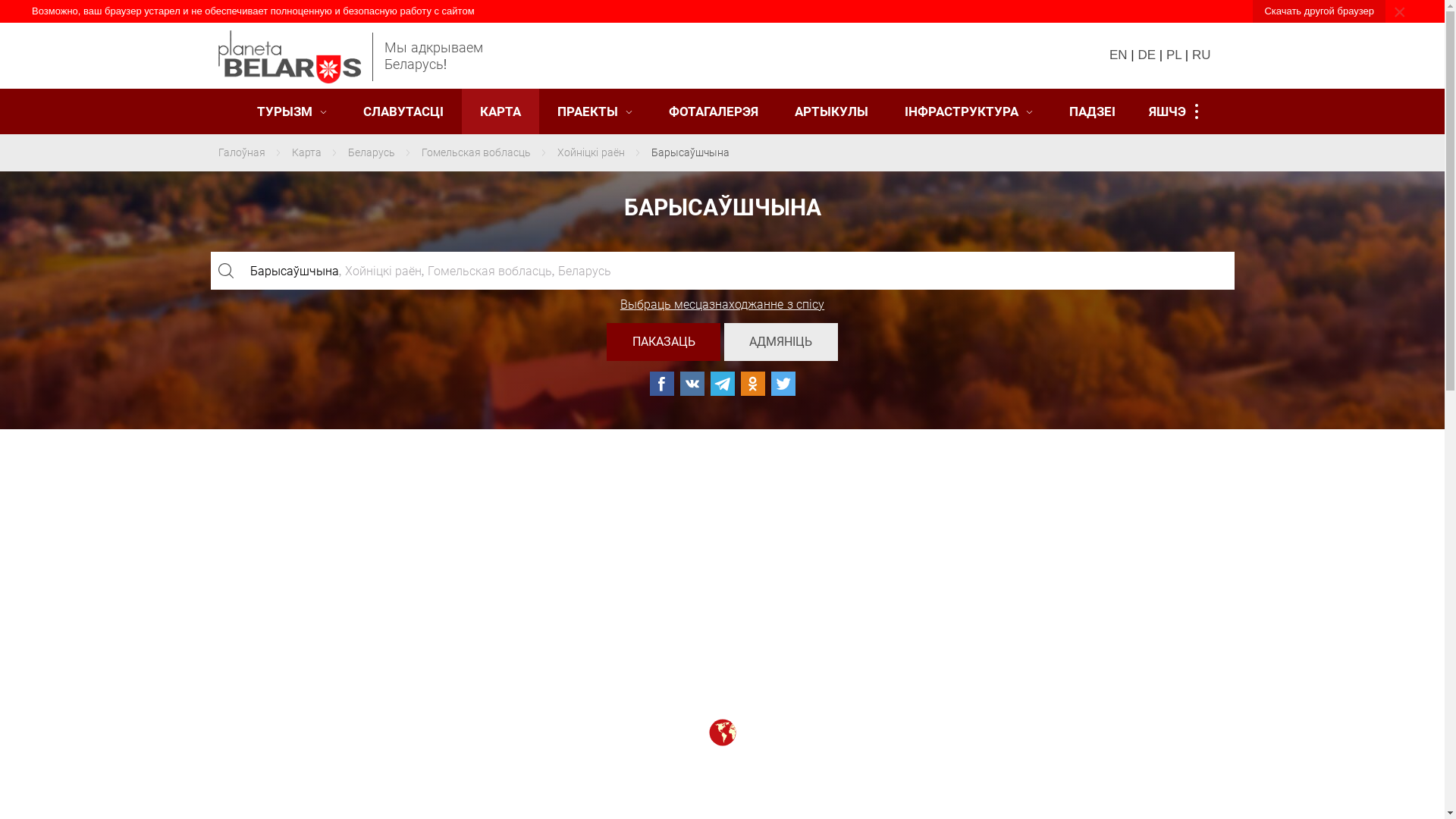 The height and width of the screenshot is (819, 1456). What do you see at coordinates (1172, 54) in the screenshot?
I see `'PL'` at bounding box center [1172, 54].